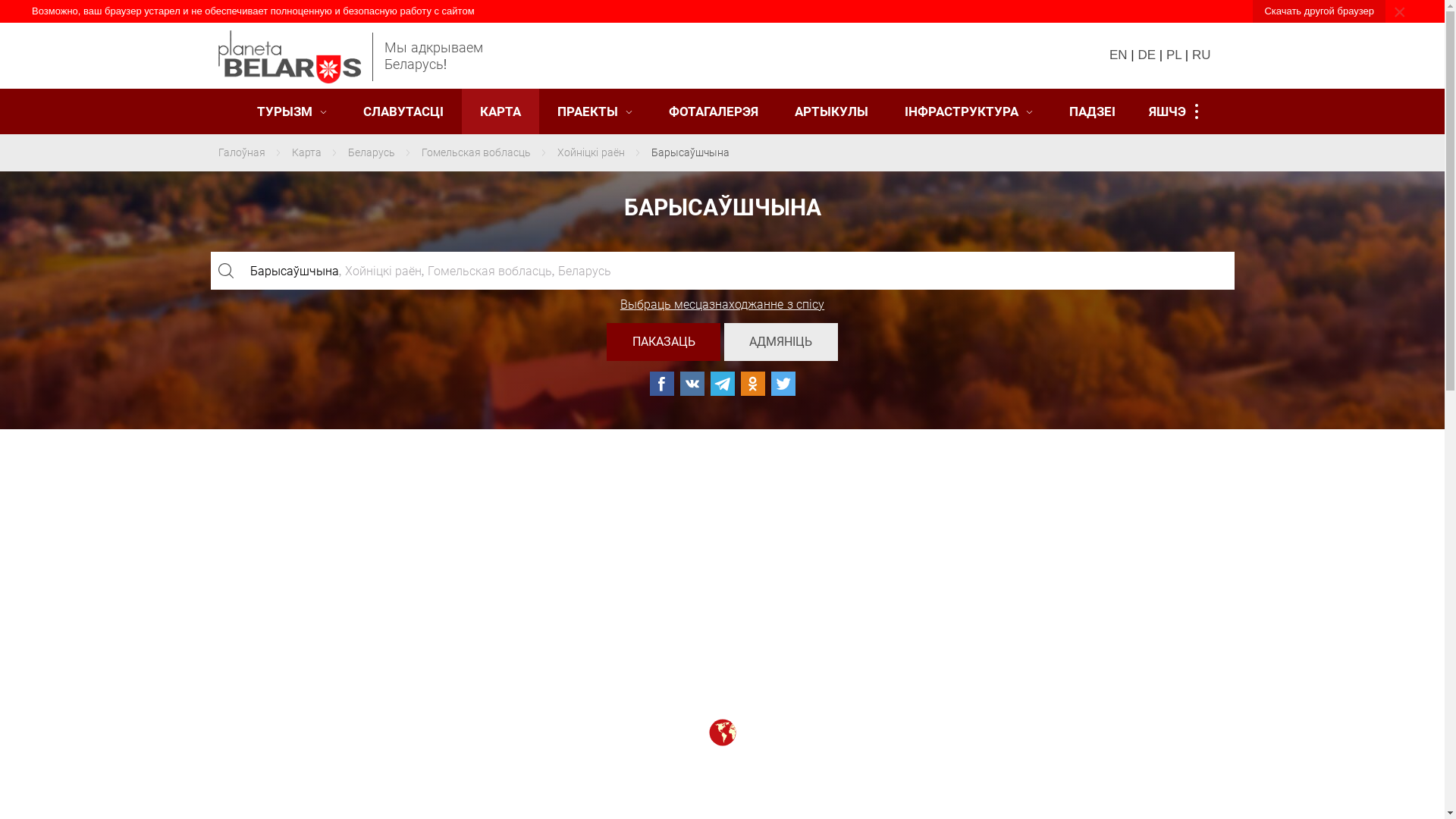 The height and width of the screenshot is (819, 1456). What do you see at coordinates (1172, 54) in the screenshot?
I see `'PL'` at bounding box center [1172, 54].